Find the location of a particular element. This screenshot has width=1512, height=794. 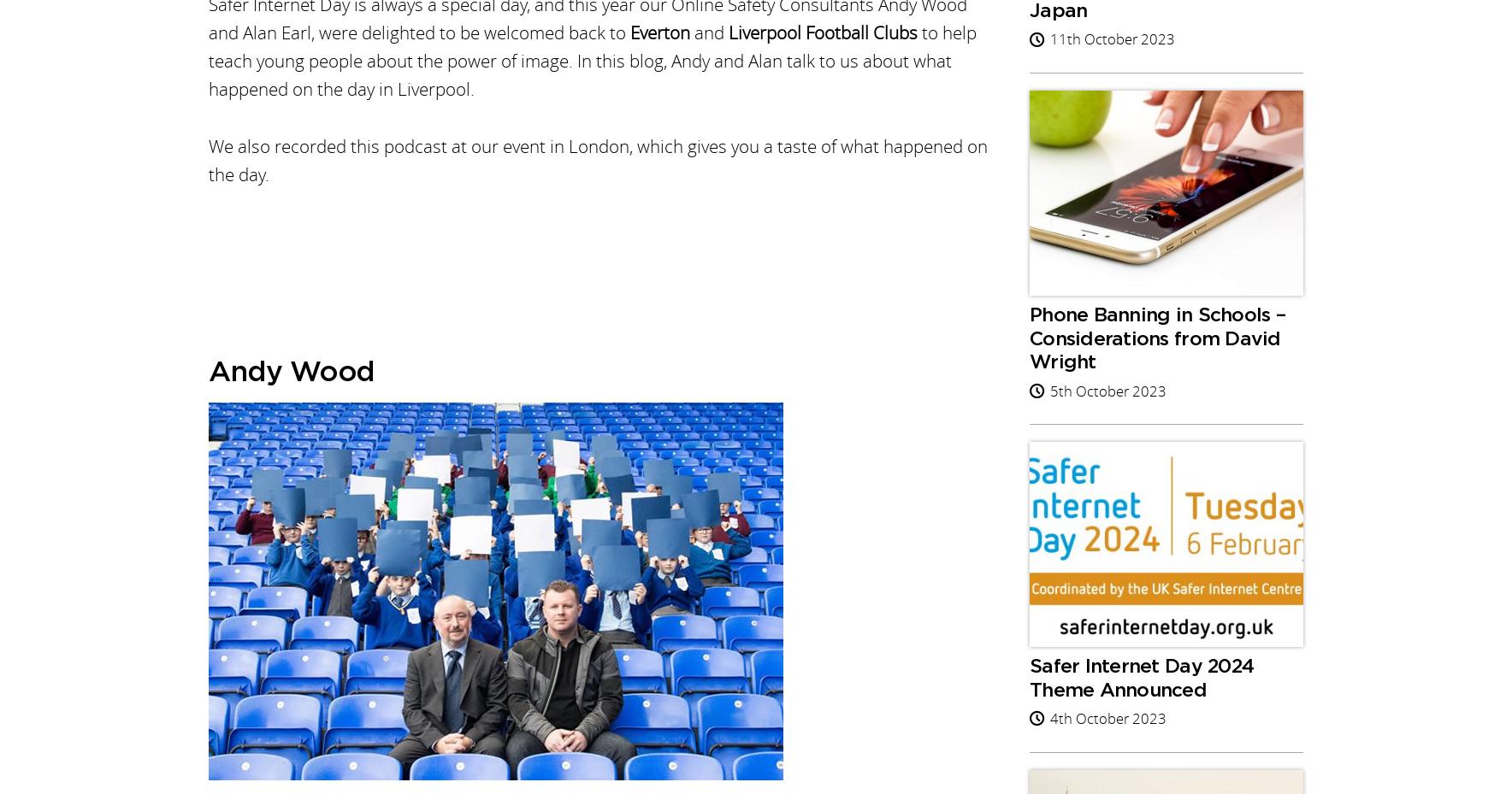

'Settings' is located at coordinates (813, 106).